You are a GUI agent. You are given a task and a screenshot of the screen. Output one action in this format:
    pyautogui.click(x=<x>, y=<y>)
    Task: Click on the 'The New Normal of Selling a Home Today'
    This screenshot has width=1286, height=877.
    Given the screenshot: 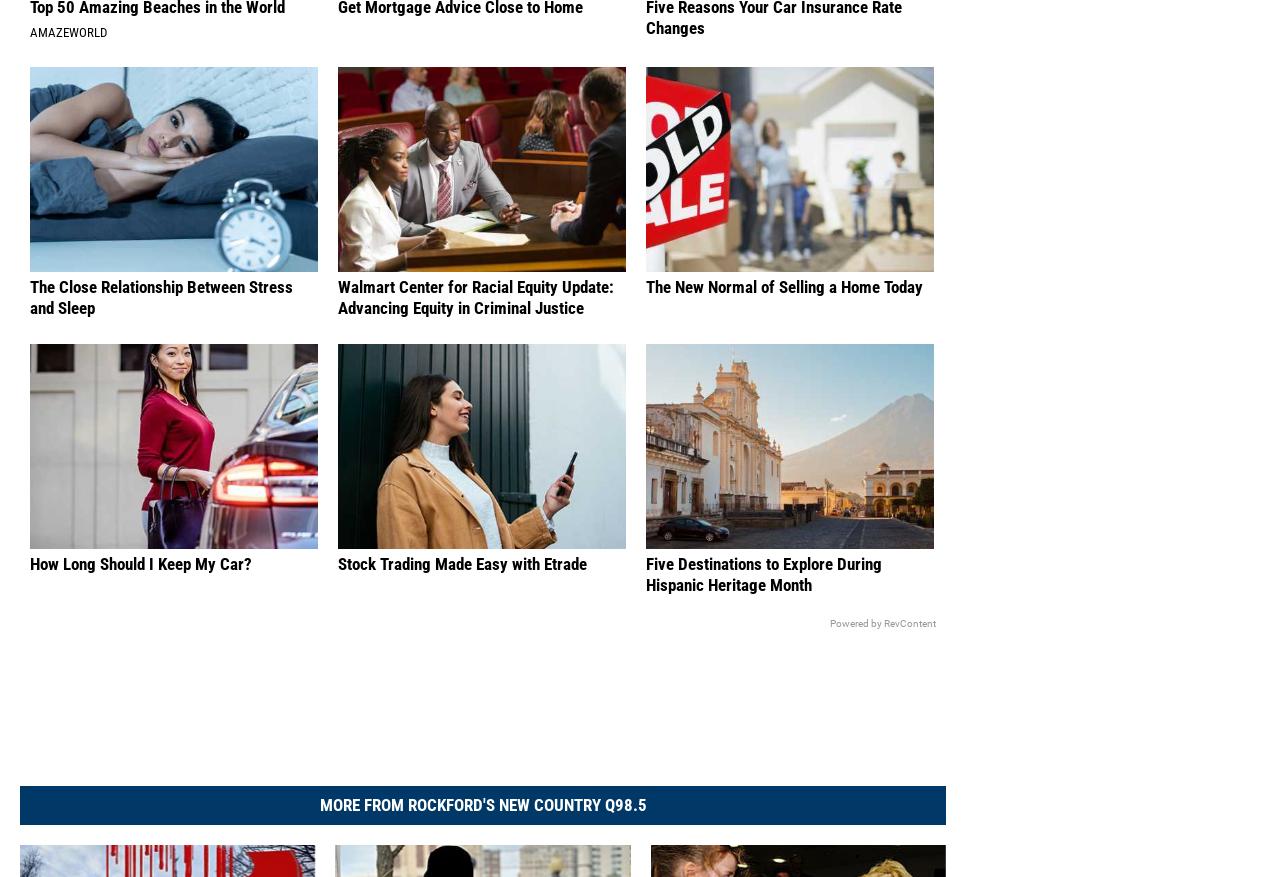 What is the action you would take?
    pyautogui.click(x=645, y=307)
    